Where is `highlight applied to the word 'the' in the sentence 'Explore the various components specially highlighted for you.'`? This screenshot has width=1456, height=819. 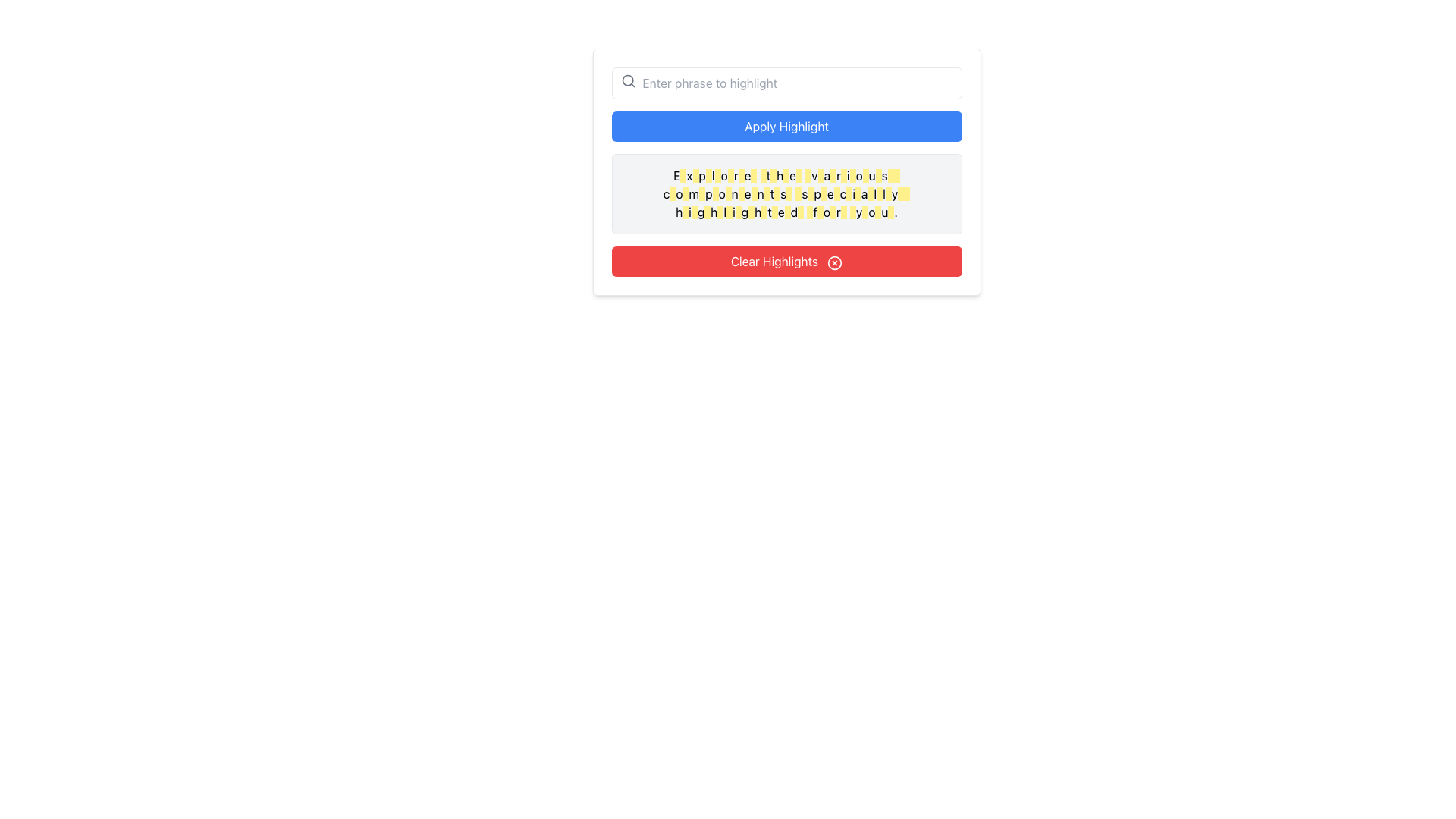 highlight applied to the word 'the' in the sentence 'Explore the various components specially highlighted for you.' is located at coordinates (786, 174).